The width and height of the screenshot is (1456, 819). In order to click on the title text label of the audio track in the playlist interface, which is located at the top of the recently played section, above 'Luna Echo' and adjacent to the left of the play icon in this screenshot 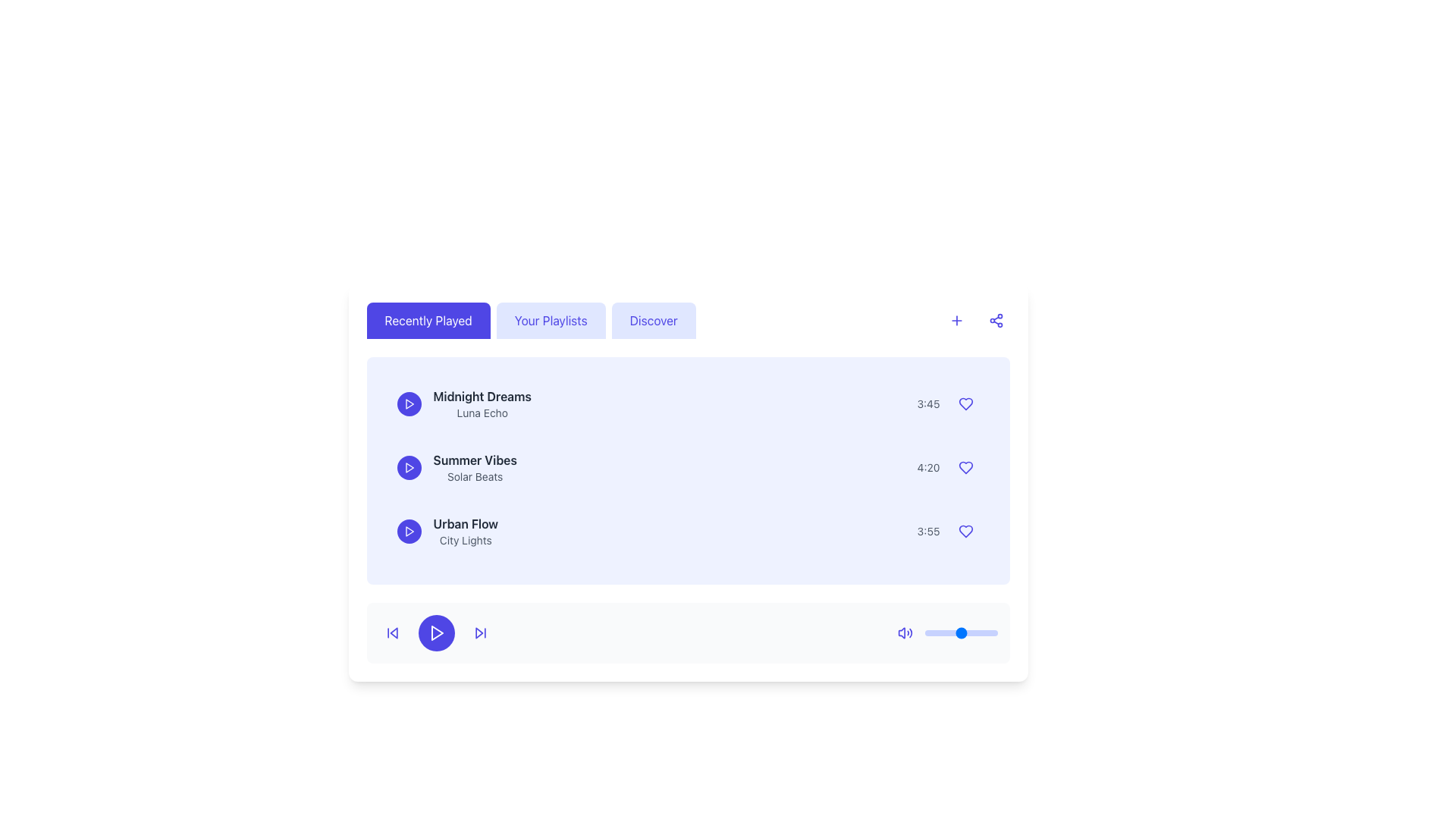, I will do `click(482, 396)`.